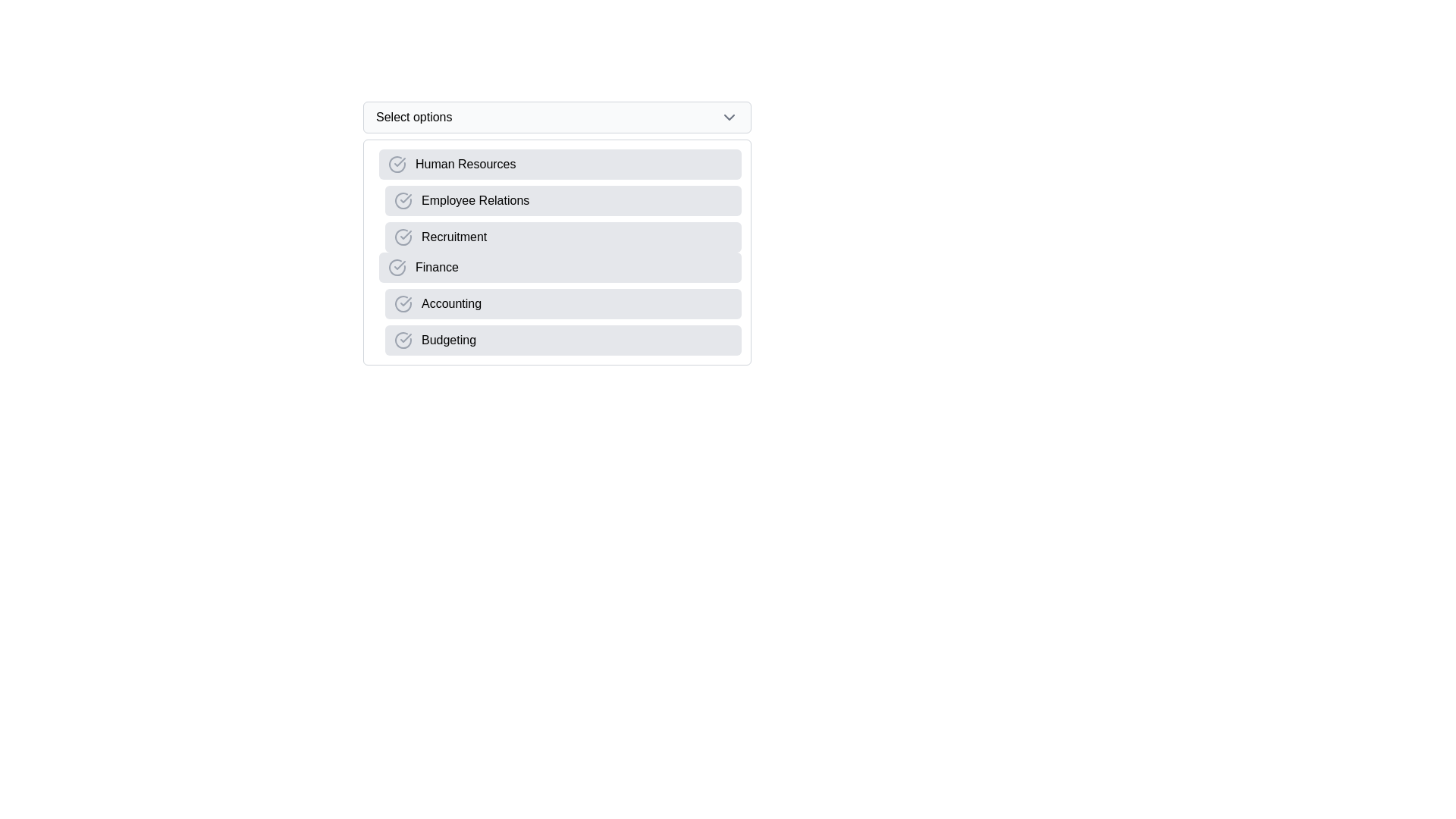  Describe the element at coordinates (397, 164) in the screenshot. I see `the circular gray icon with a check mark inside, located to the left of the 'Human Resources' text in the vertically arranged list of sections` at that location.